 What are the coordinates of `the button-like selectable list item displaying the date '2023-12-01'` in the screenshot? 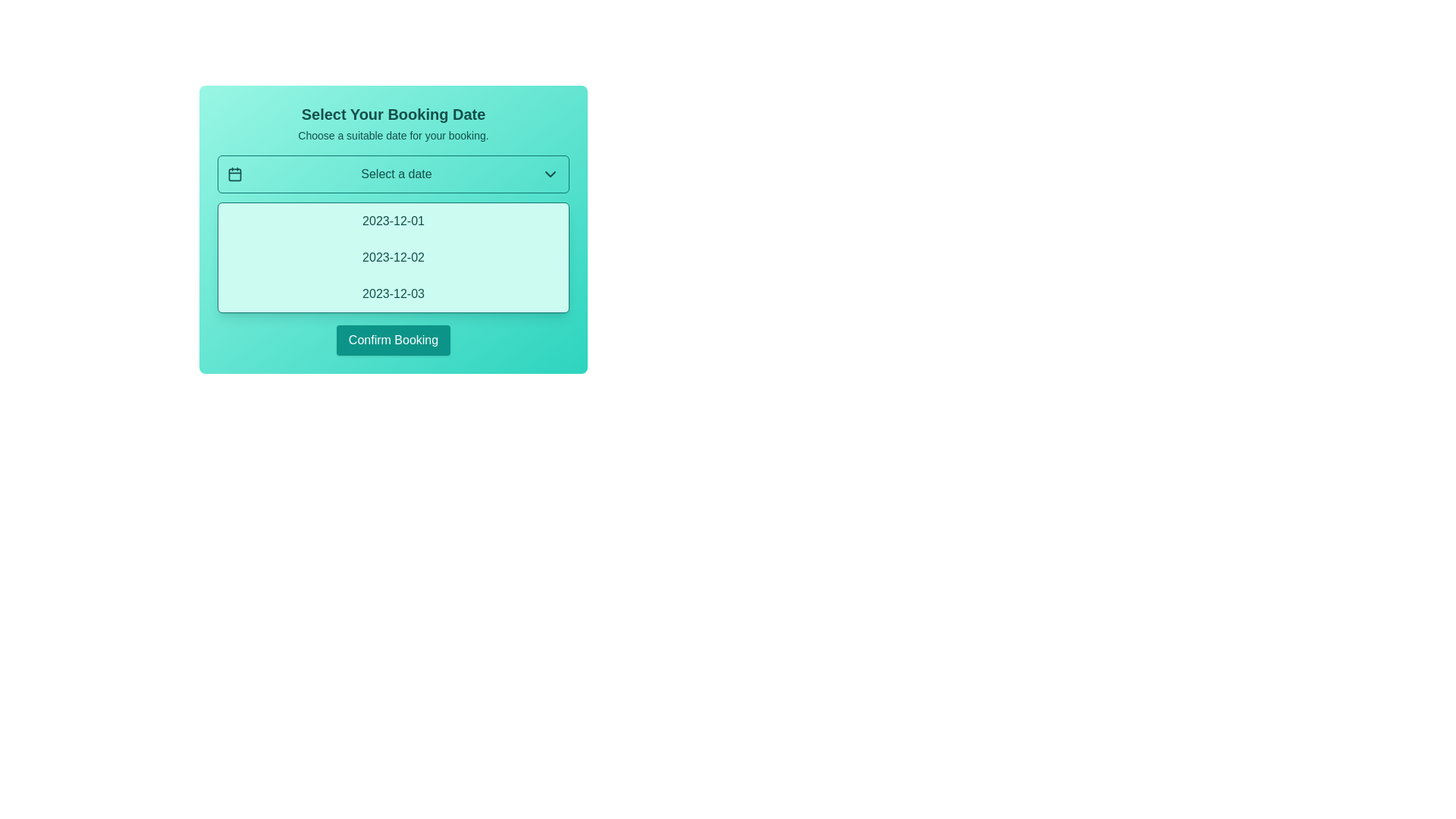 It's located at (393, 221).